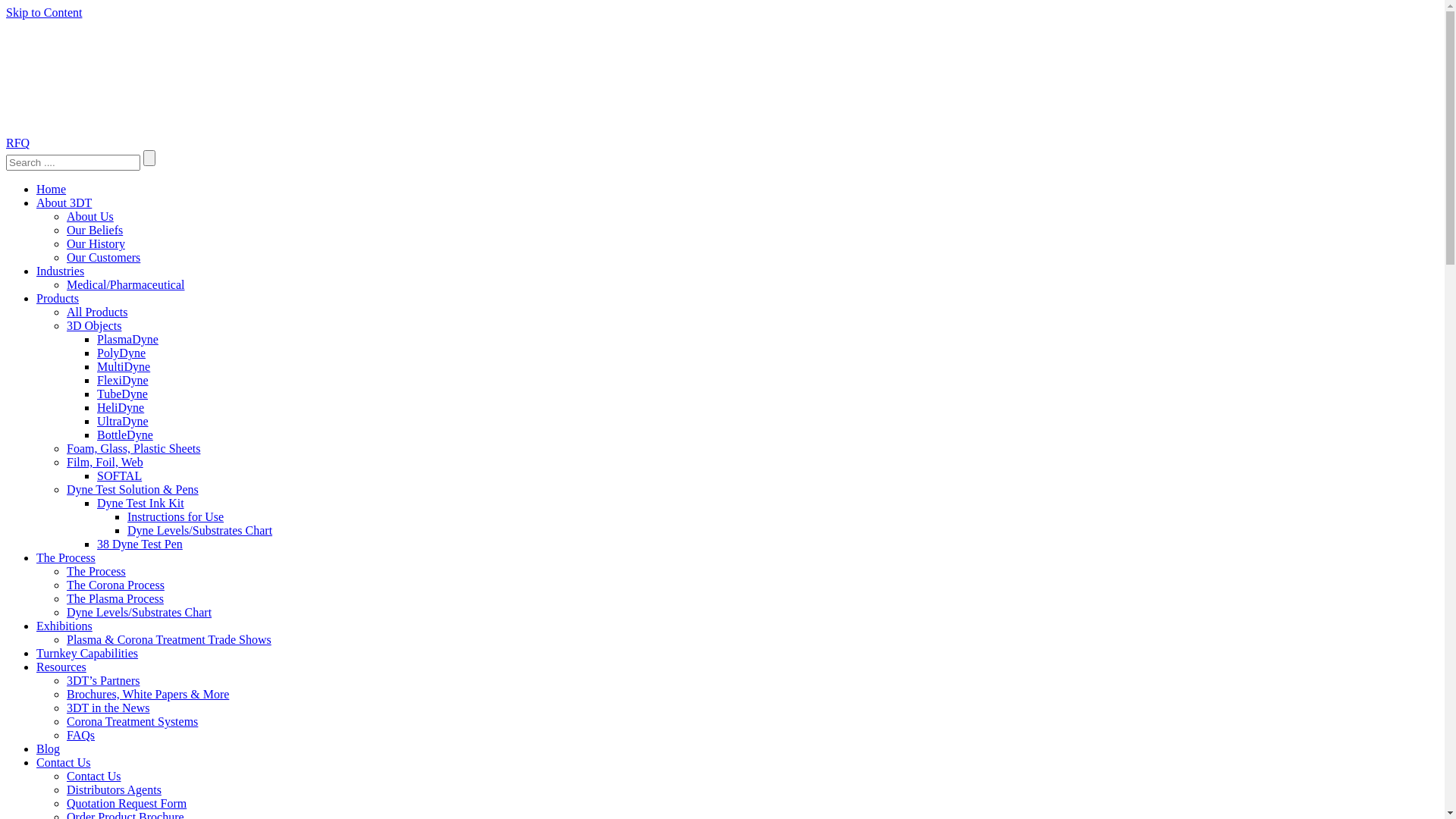 The height and width of the screenshot is (819, 1456). What do you see at coordinates (80, 734) in the screenshot?
I see `'FAQs'` at bounding box center [80, 734].